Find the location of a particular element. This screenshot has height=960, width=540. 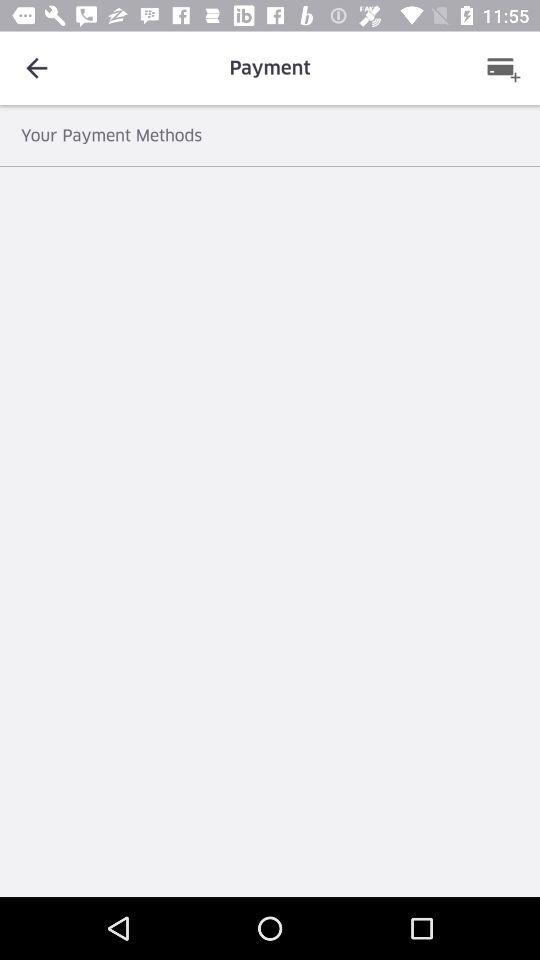

item to the left of the payment icon is located at coordinates (36, 68).